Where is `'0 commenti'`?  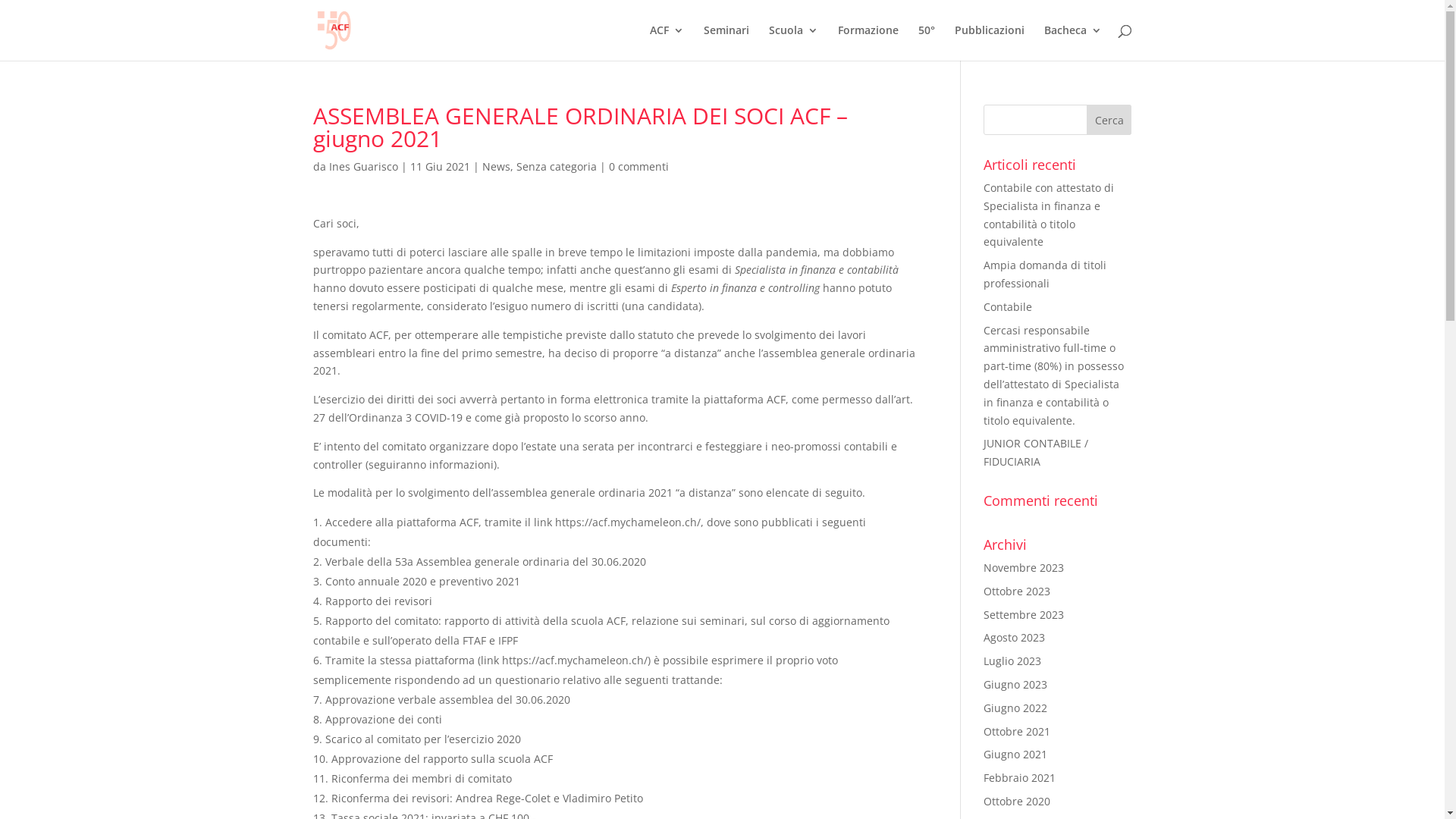 '0 commenti' is located at coordinates (638, 166).